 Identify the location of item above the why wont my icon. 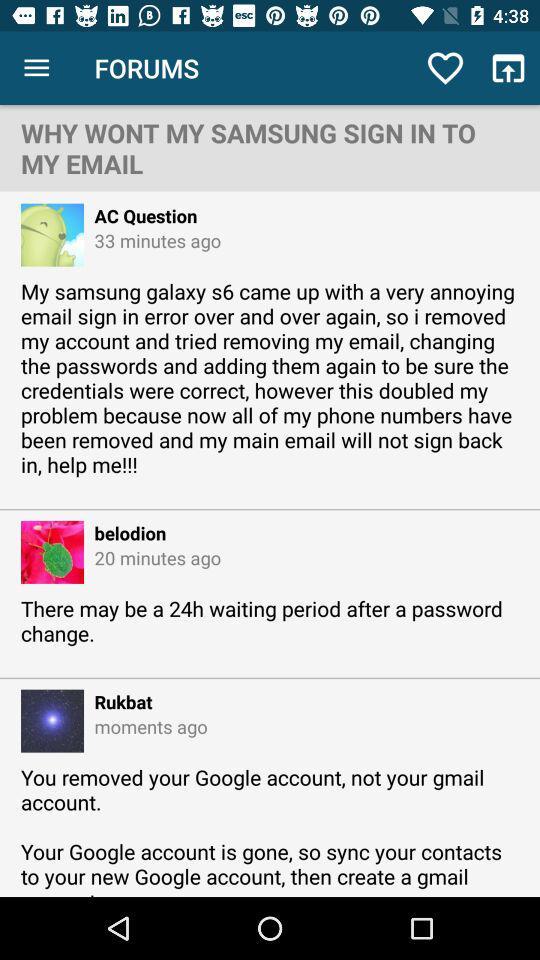
(445, 68).